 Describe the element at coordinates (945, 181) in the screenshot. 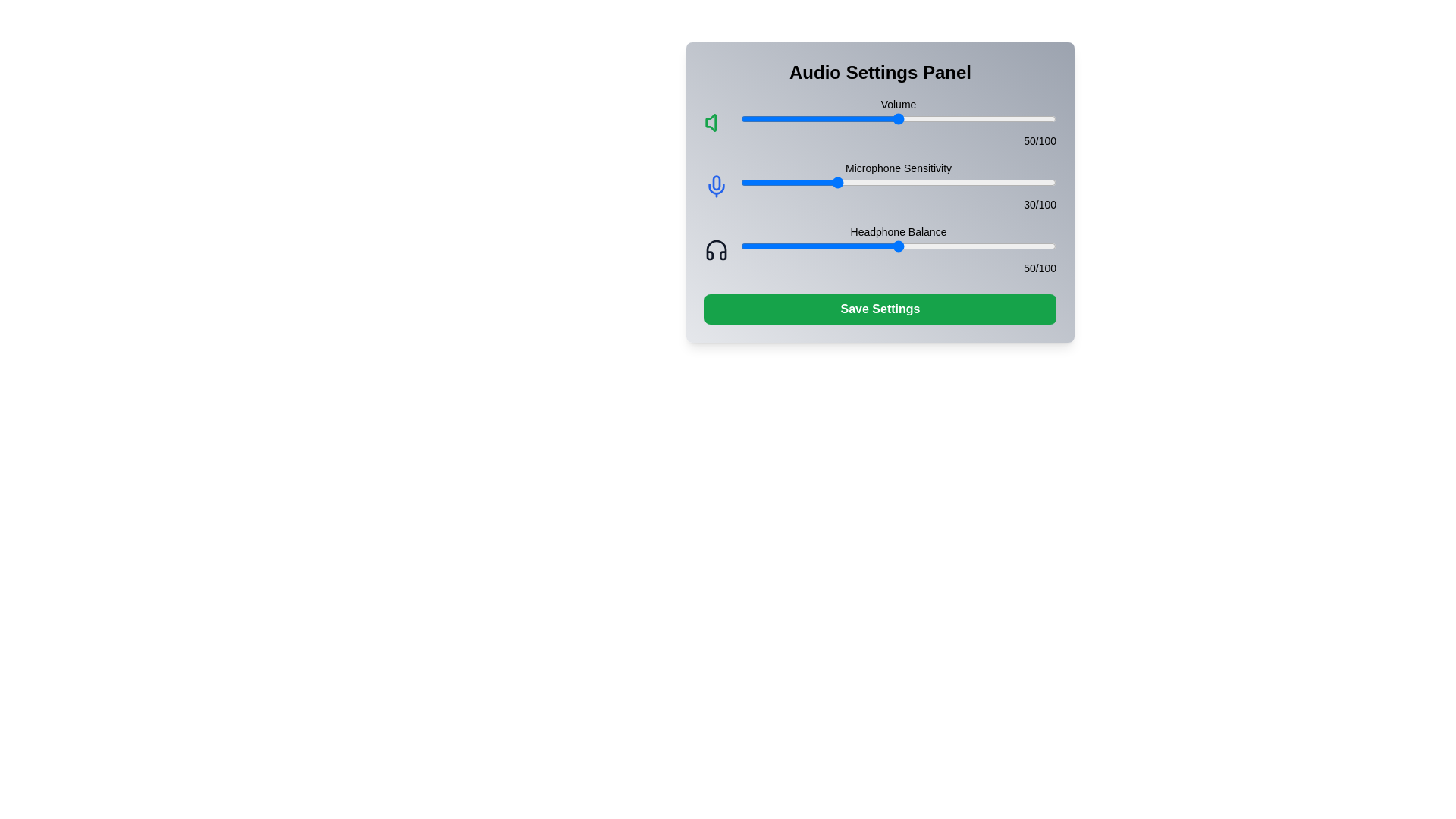

I see `the microphone sensitivity` at that location.